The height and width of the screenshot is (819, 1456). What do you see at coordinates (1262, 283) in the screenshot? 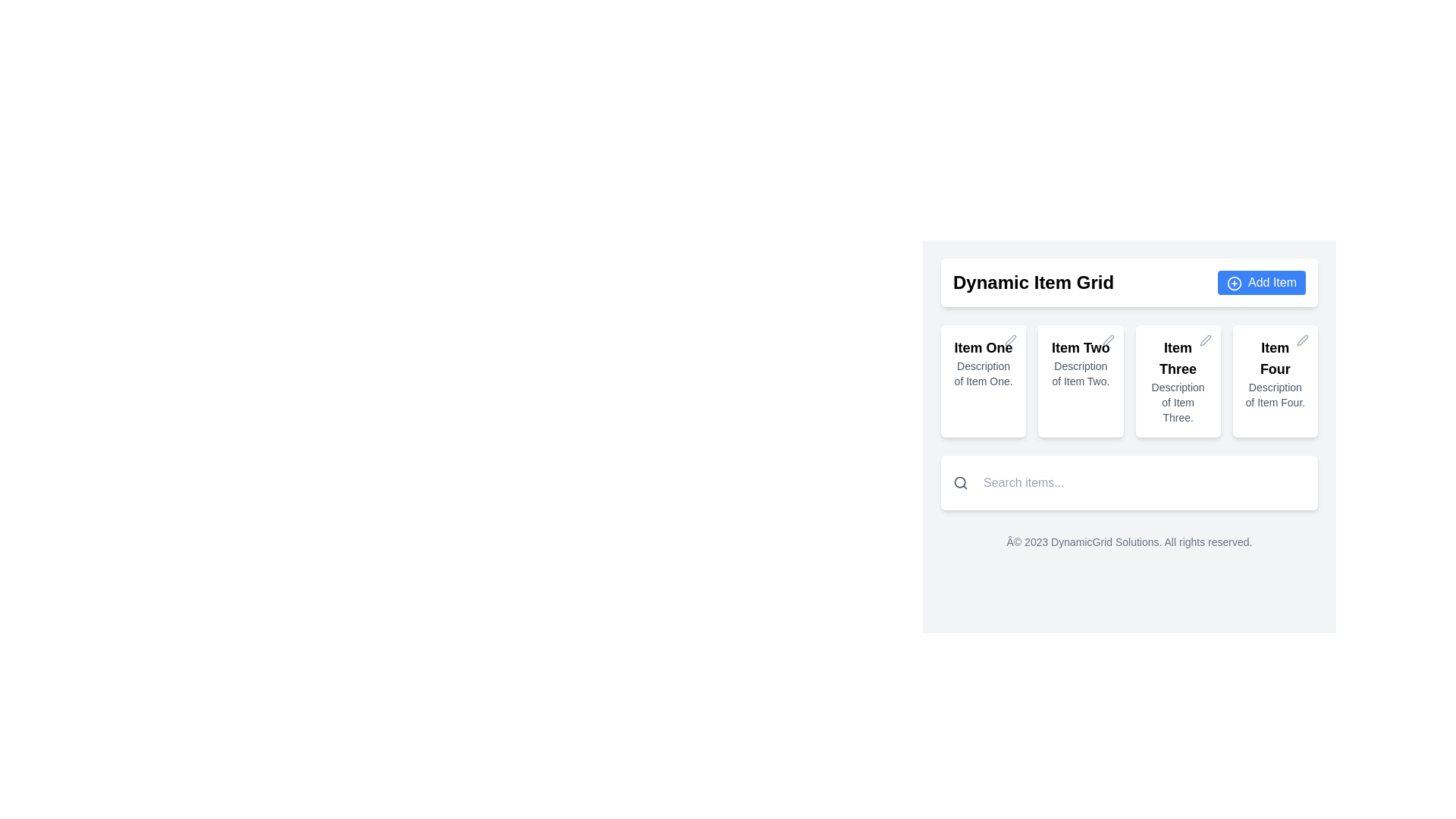
I see `the button located at the top-right corner of the 'Dynamic Item Grid' header section to change its appearance` at bounding box center [1262, 283].